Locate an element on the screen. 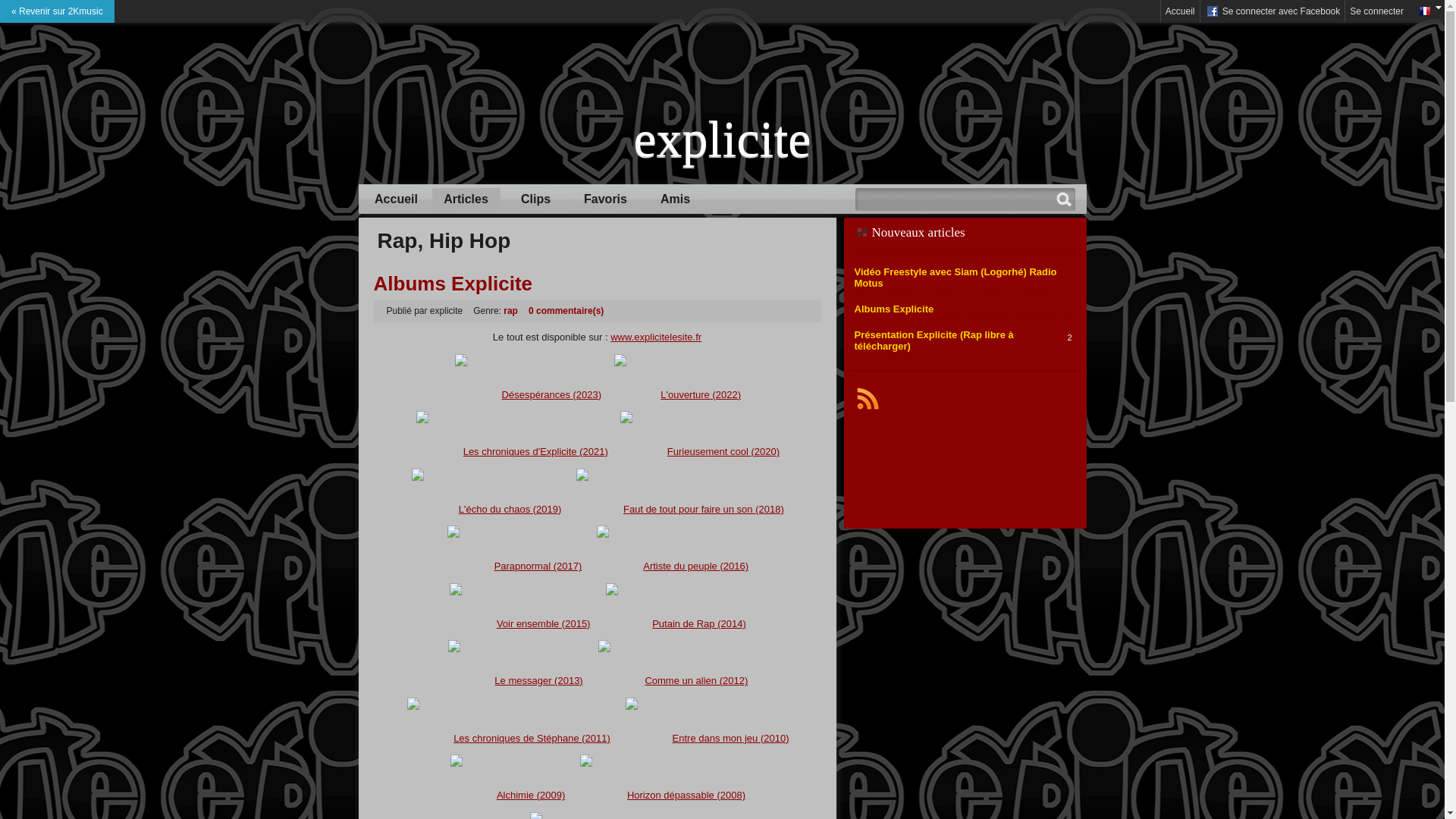 This screenshot has width=1456, height=819. 'Voir ensemble (2015)' is located at coordinates (543, 623).